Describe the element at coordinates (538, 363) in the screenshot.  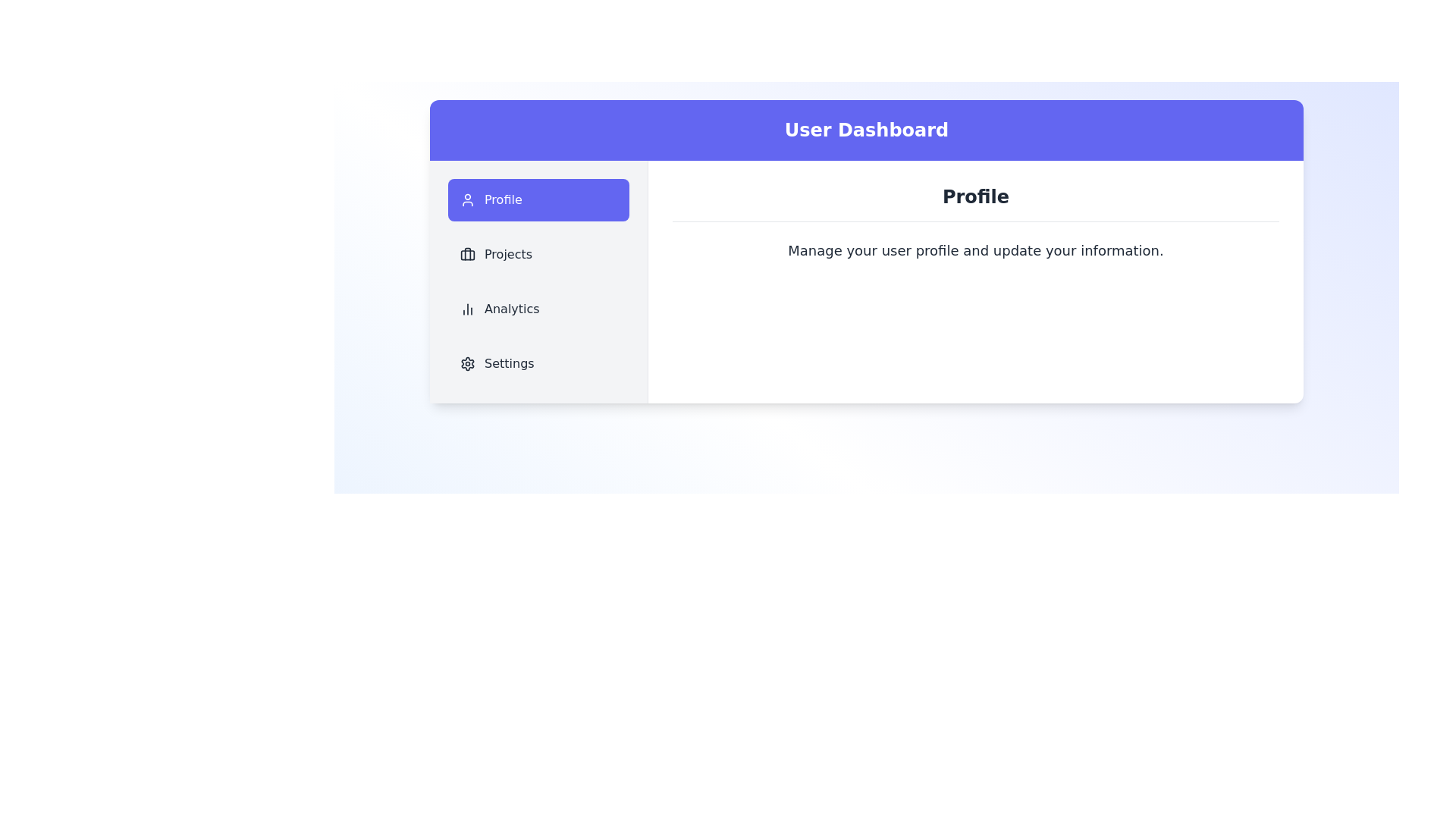
I see `the Settings tab in the sidebar` at that location.